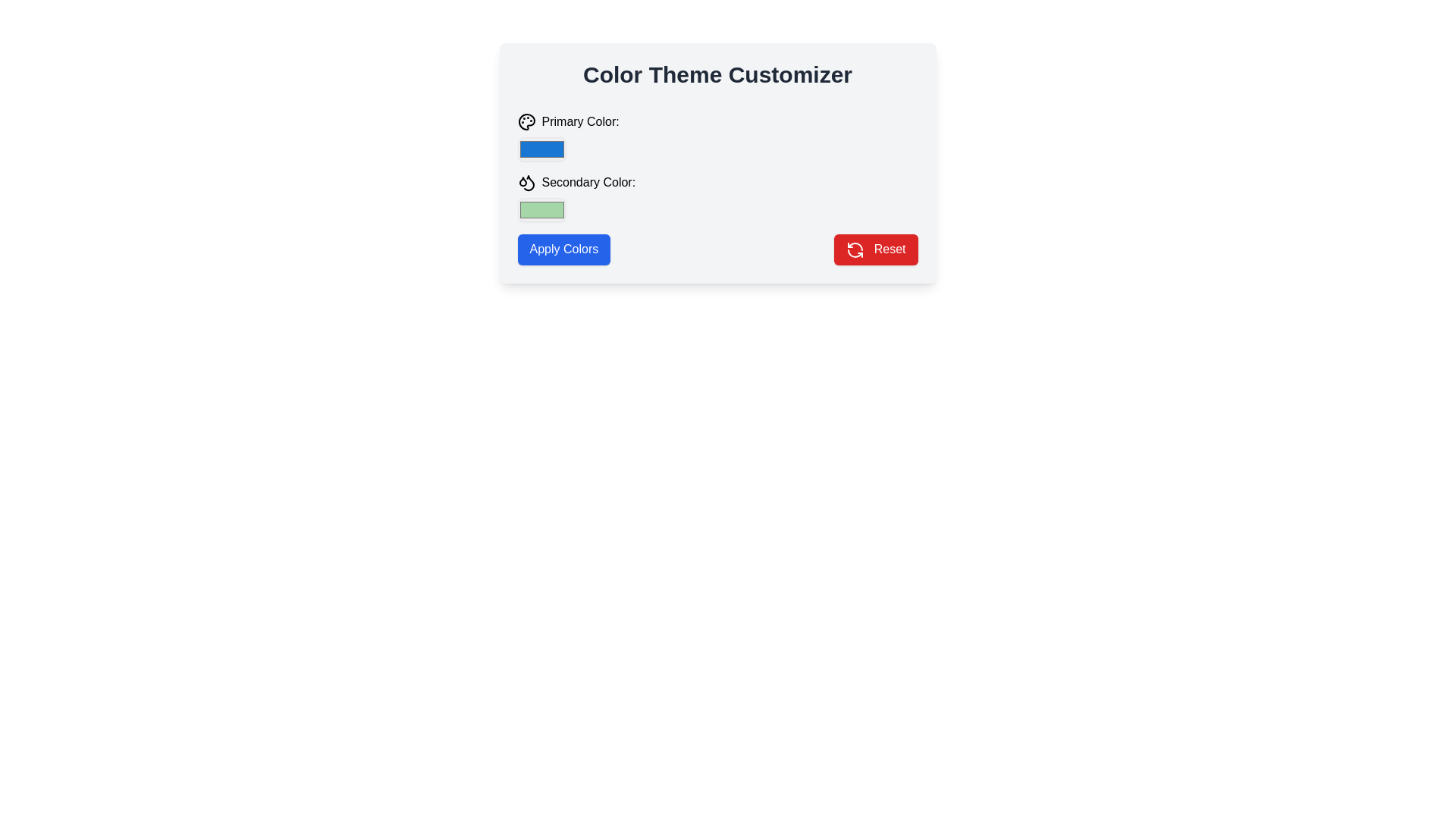 The height and width of the screenshot is (819, 1456). What do you see at coordinates (526, 121) in the screenshot?
I see `the palette icon that represents the 'Primary Color' section, located to the far left of the label 'Primary Color:' and the blue color display box` at bounding box center [526, 121].